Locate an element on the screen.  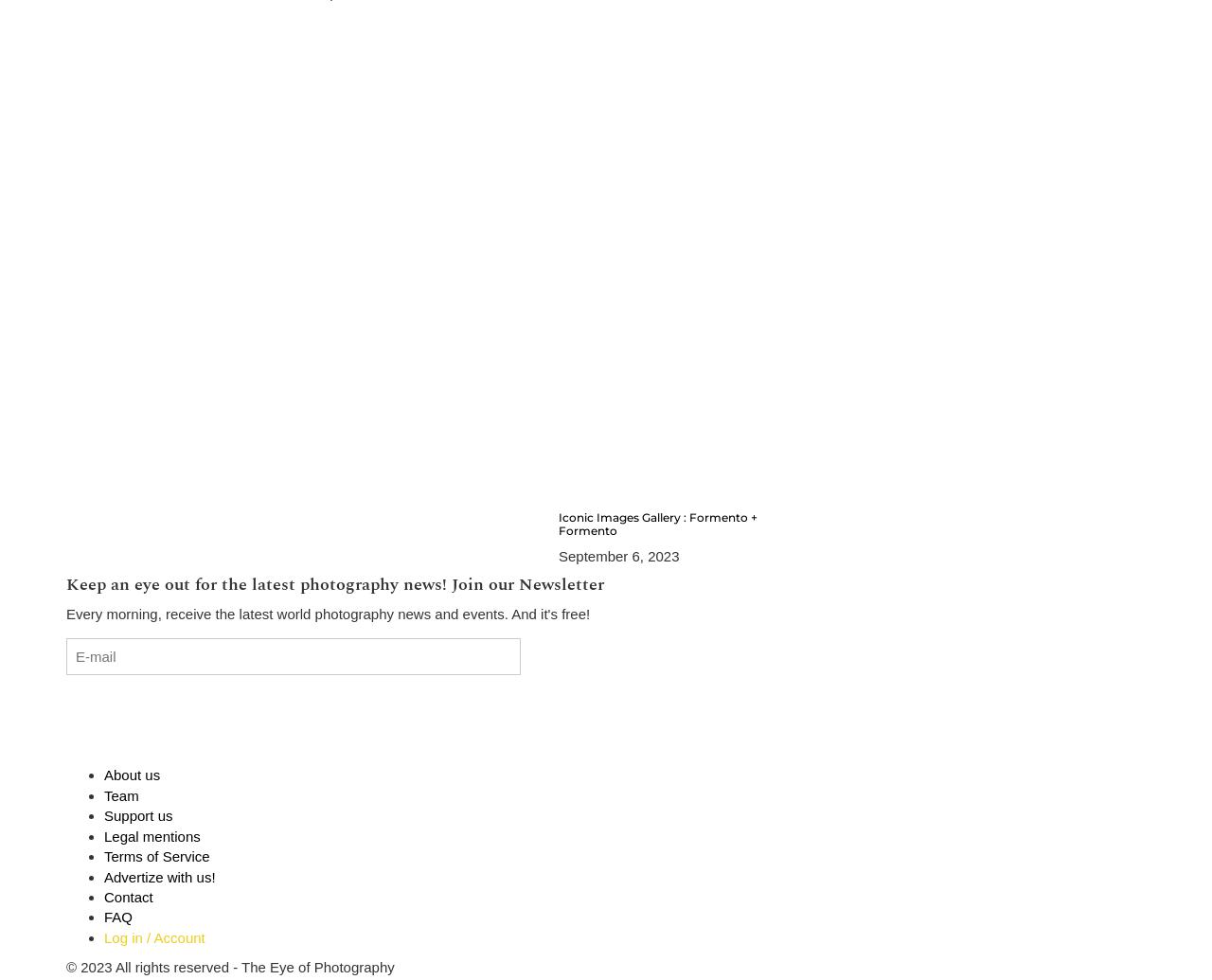
'Terms of Service' is located at coordinates (102, 855).